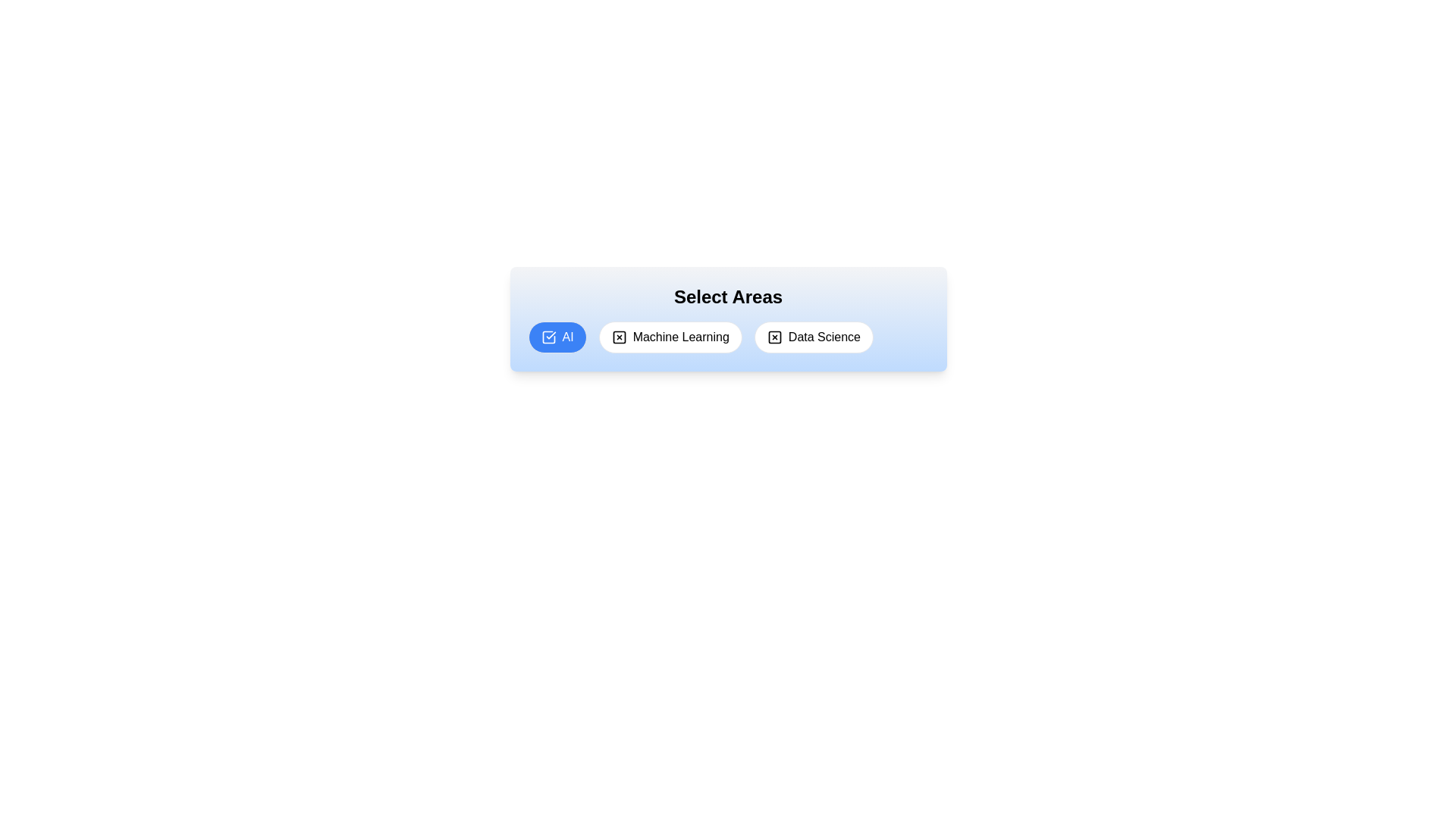  What do you see at coordinates (556, 336) in the screenshot?
I see `the tag AI to observe its hover effect` at bounding box center [556, 336].